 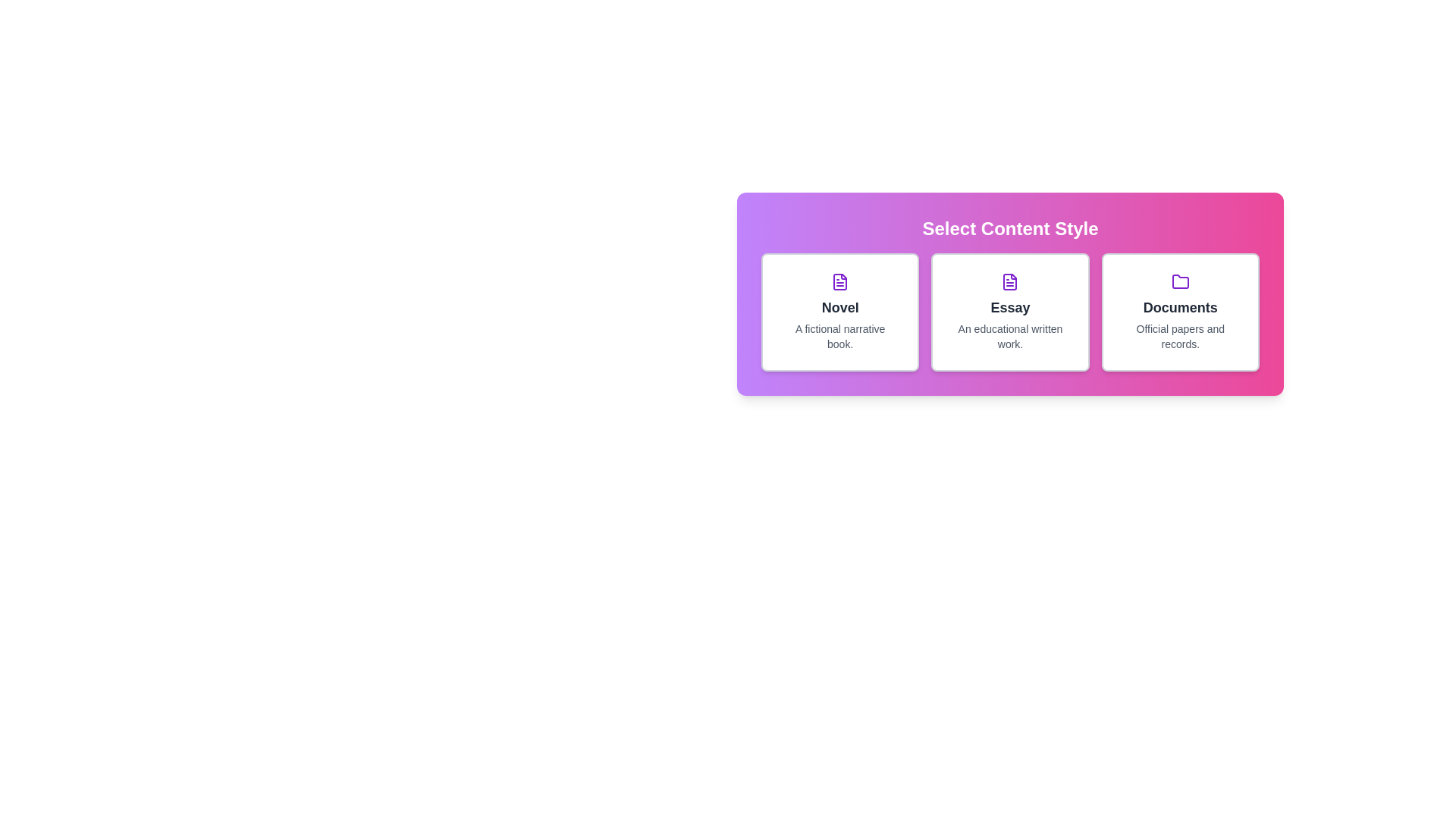 I want to click on 'Novel' text label, which is centrally positioned in the first card of three selectable options, located above a smaller descriptive text and below a book icon, so click(x=839, y=307).